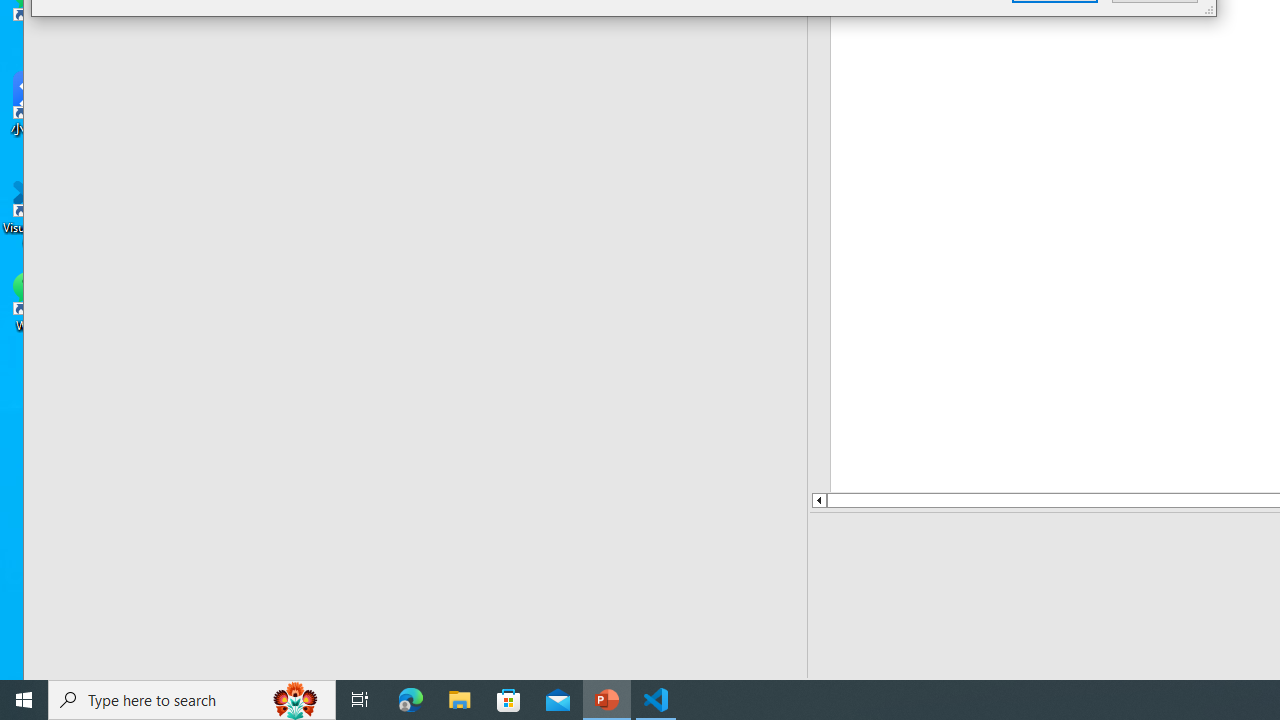 This screenshot has width=1280, height=720. What do you see at coordinates (410, 698) in the screenshot?
I see `'Microsoft Edge'` at bounding box center [410, 698].